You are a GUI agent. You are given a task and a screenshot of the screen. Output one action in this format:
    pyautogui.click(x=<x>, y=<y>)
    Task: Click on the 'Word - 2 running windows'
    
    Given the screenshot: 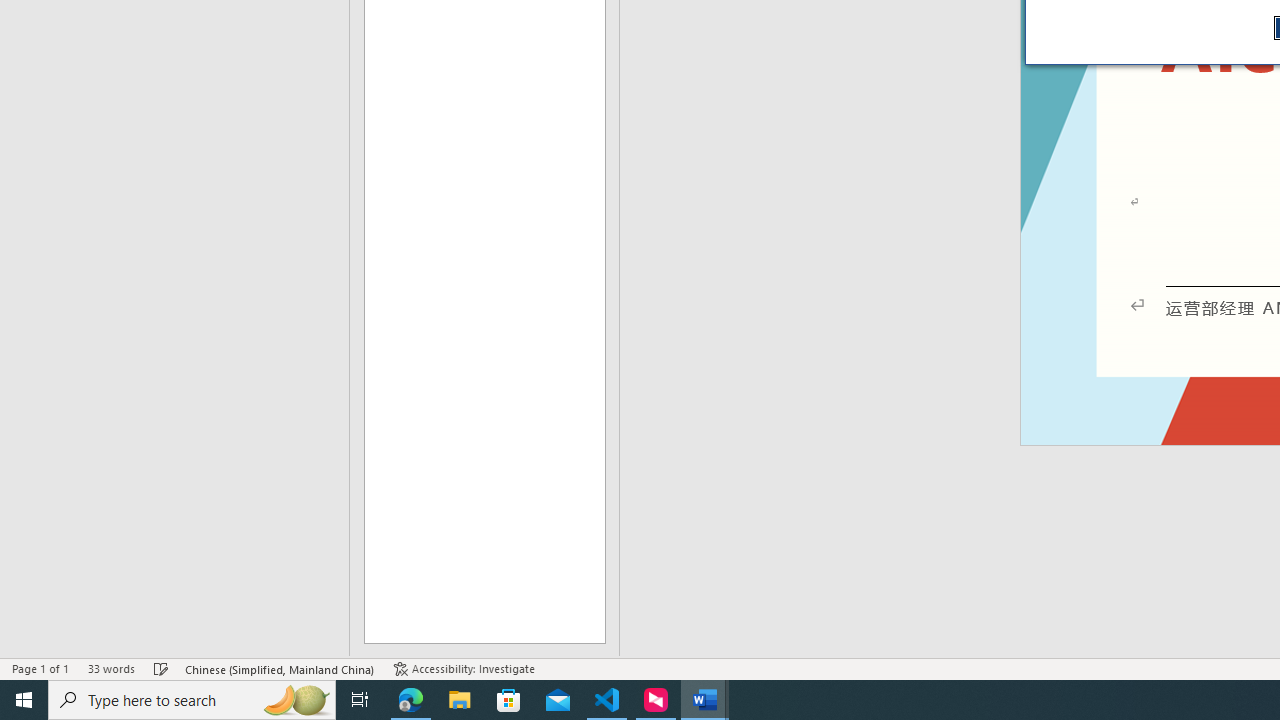 What is the action you would take?
    pyautogui.click(x=705, y=698)
    